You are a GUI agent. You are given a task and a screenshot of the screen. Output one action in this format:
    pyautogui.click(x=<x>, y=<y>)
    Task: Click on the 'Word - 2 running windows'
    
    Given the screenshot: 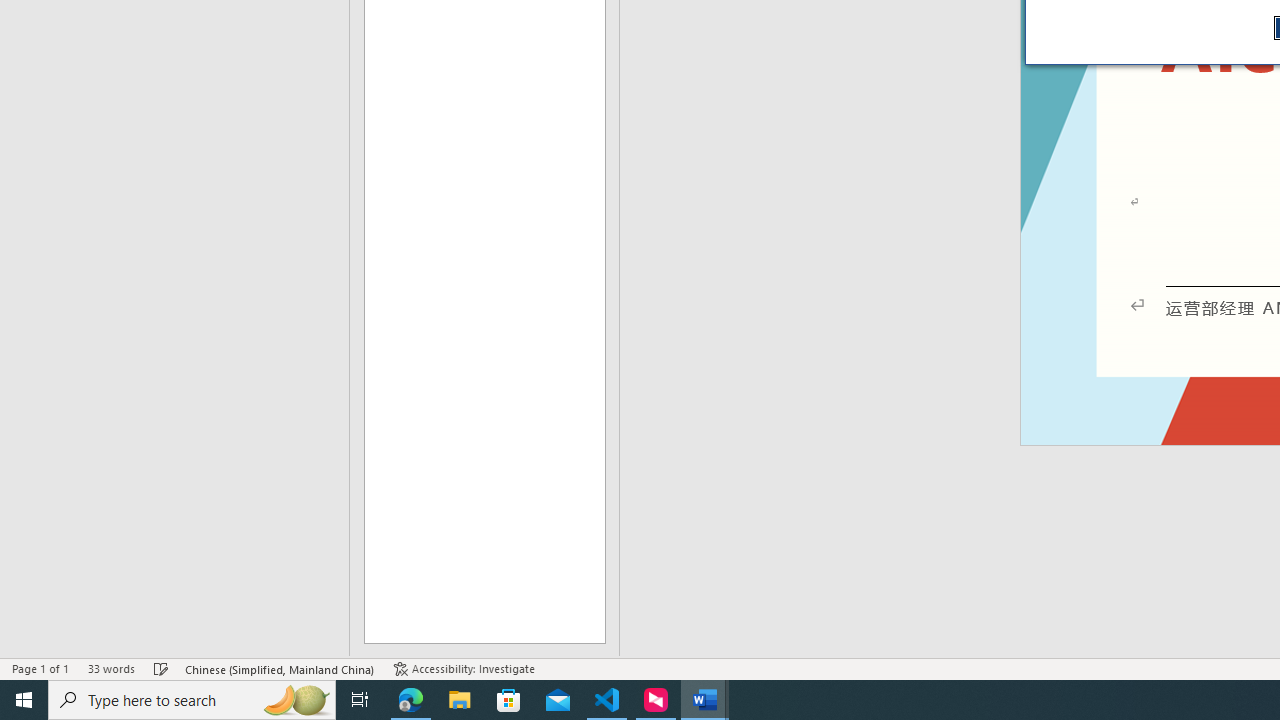 What is the action you would take?
    pyautogui.click(x=705, y=698)
    